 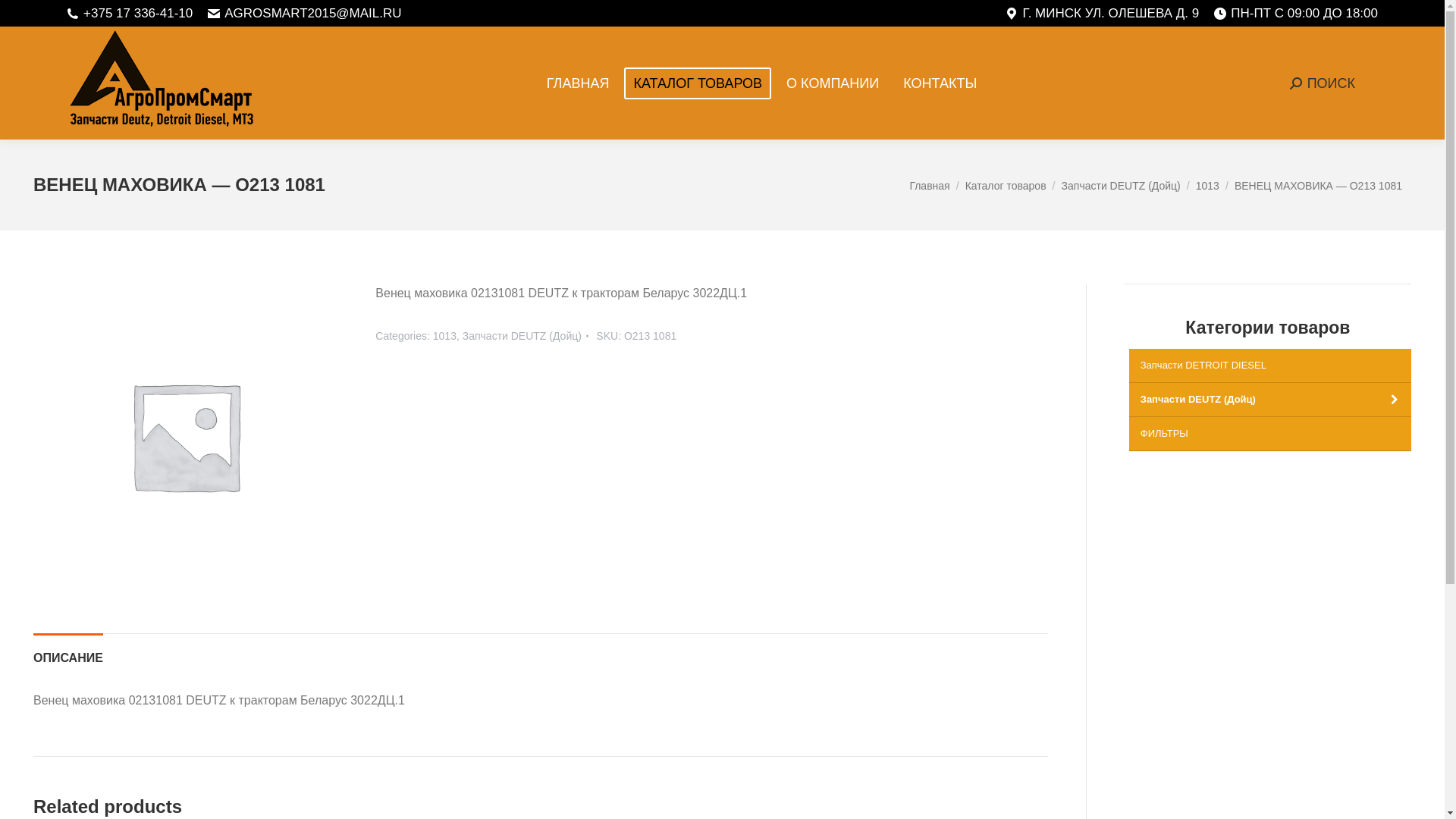 I want to click on '1013', so click(x=444, y=335).